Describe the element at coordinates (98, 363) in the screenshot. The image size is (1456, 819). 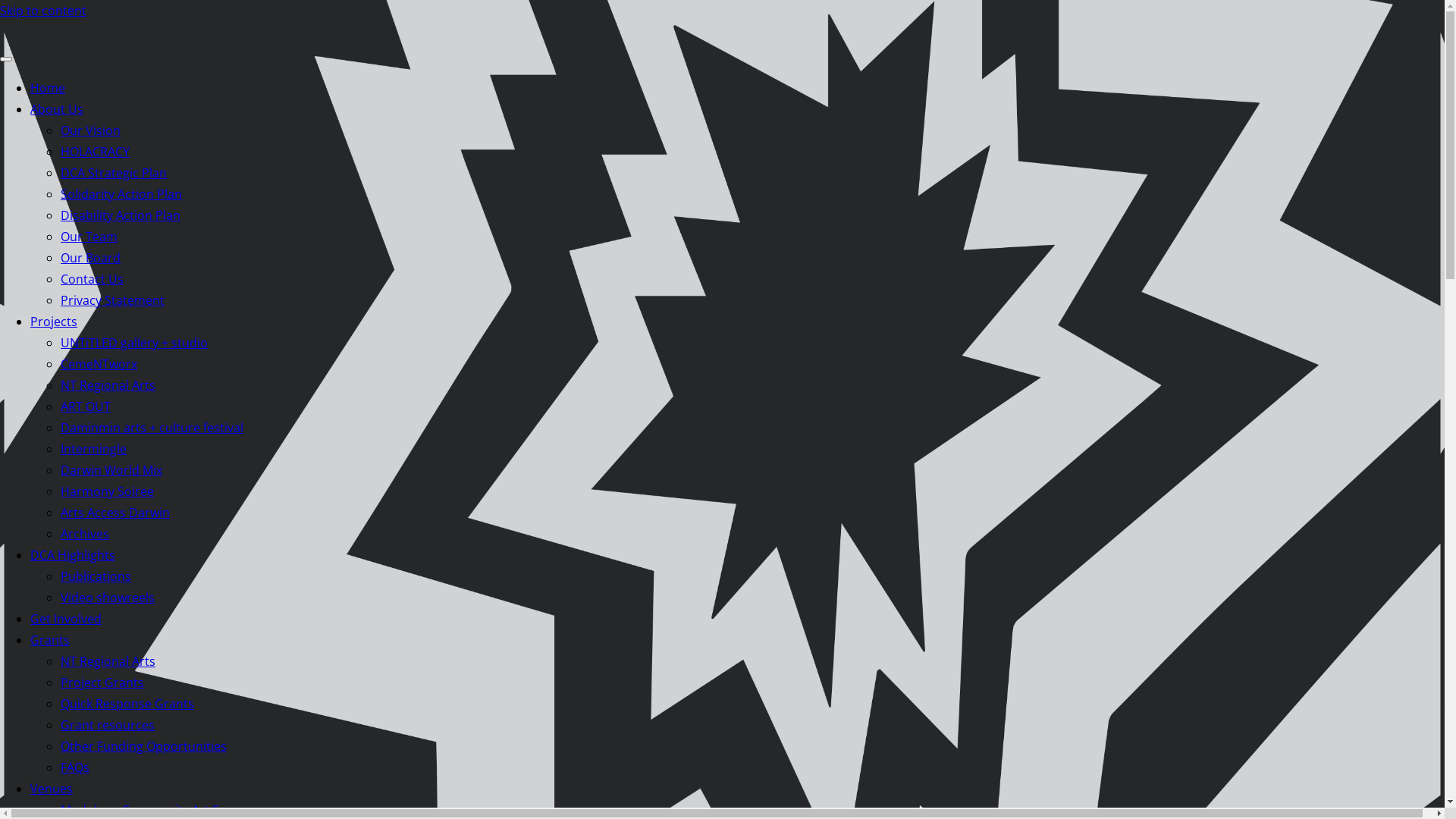
I see `'CemeNTworx'` at that location.